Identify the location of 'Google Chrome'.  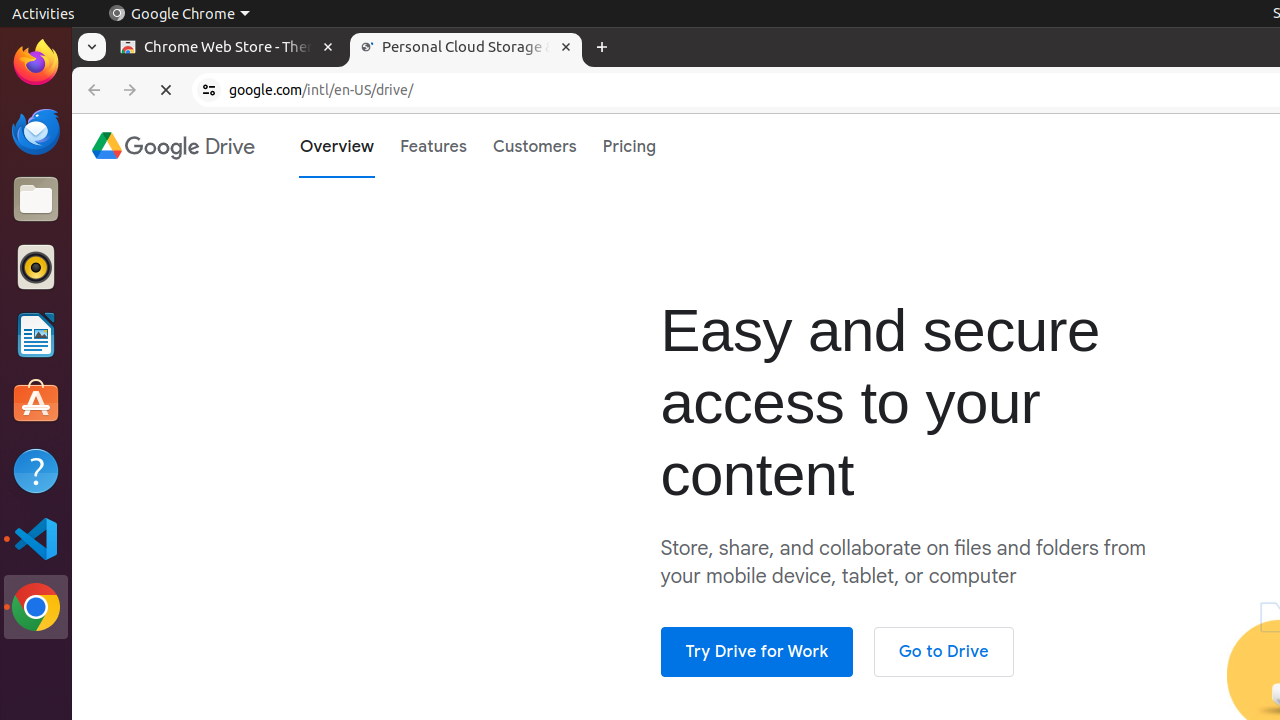
(178, 13).